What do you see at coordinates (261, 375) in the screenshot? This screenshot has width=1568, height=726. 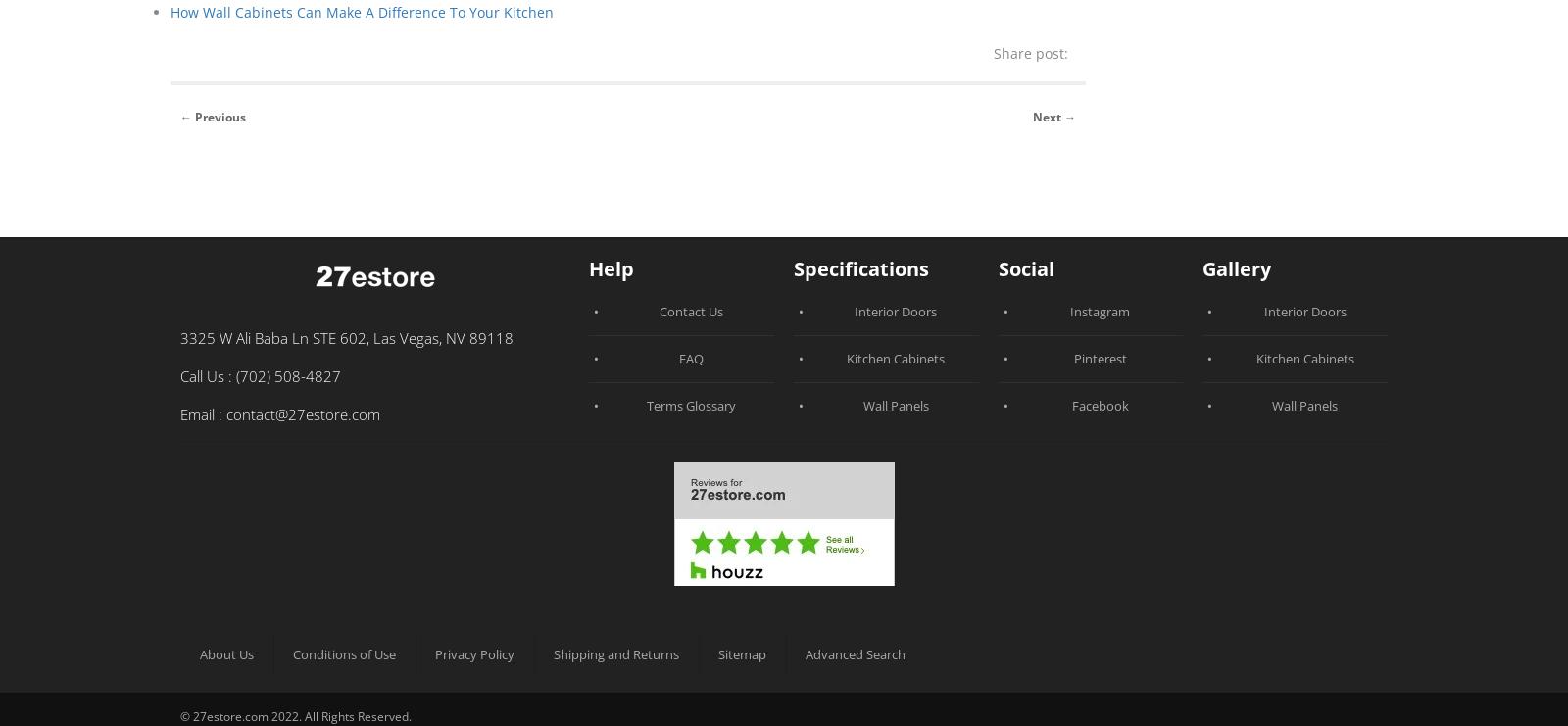 I see `'Call Us : (702) 508-4827'` at bounding box center [261, 375].